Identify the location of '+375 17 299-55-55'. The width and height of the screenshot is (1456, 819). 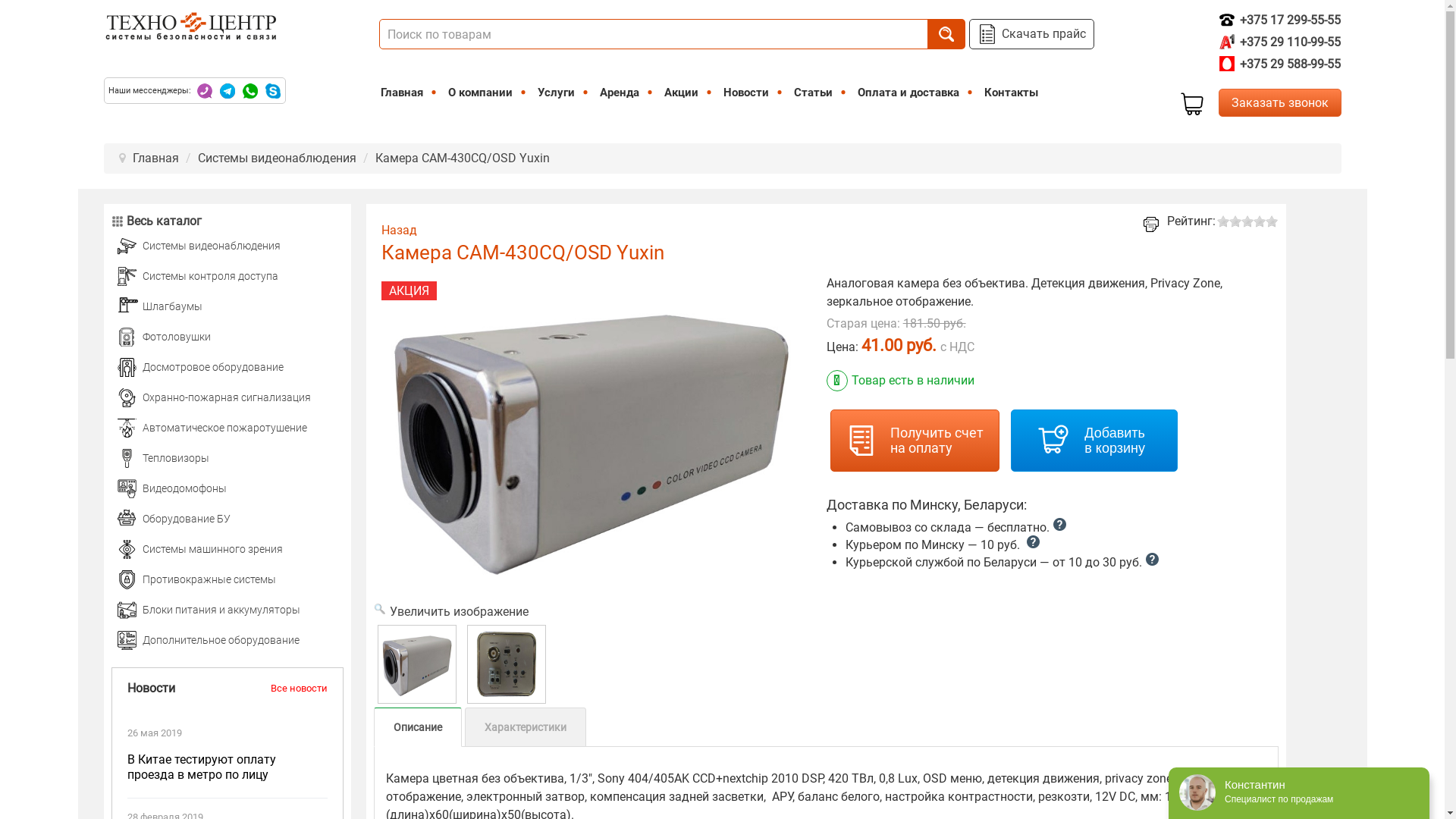
(1279, 20).